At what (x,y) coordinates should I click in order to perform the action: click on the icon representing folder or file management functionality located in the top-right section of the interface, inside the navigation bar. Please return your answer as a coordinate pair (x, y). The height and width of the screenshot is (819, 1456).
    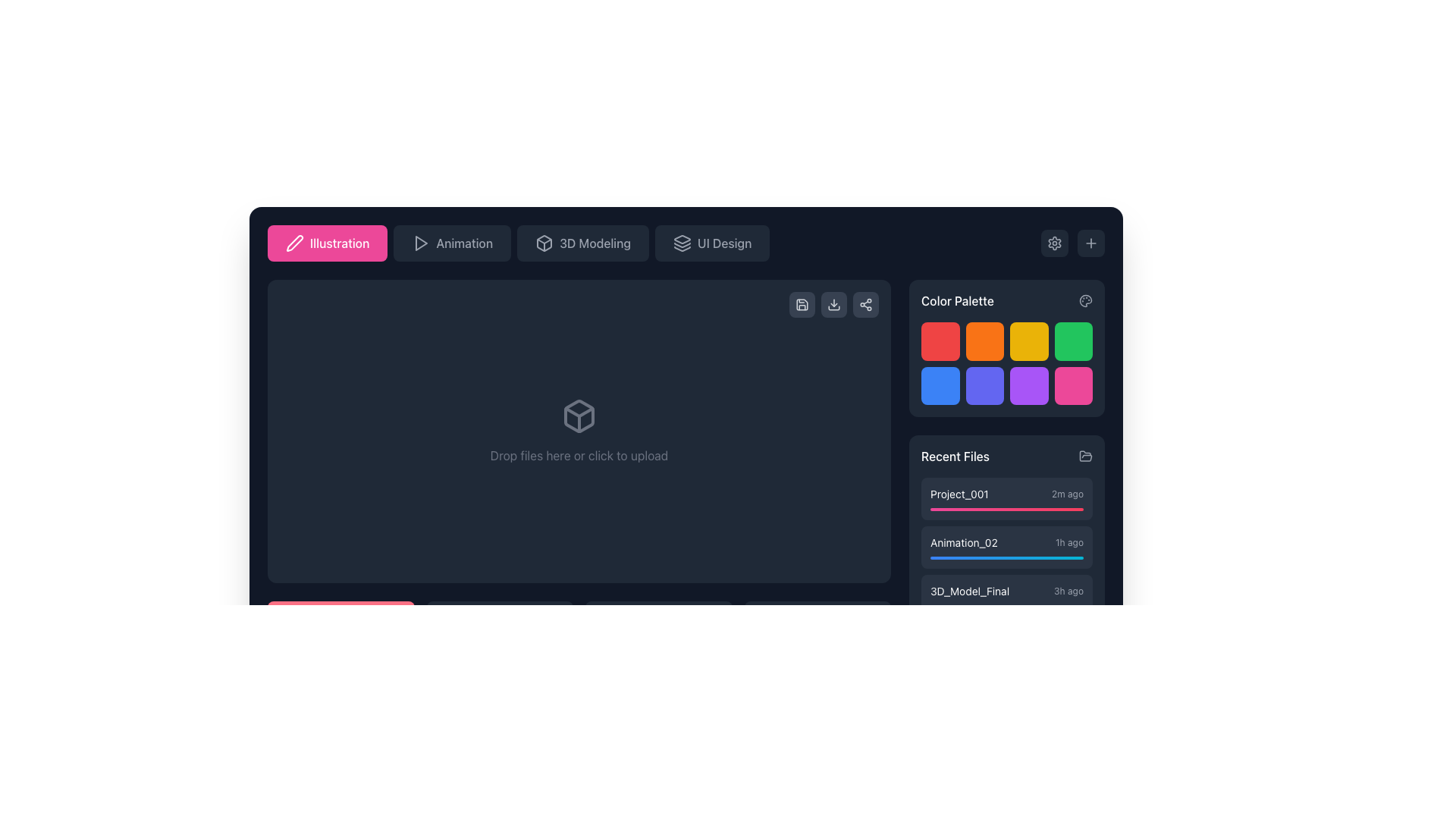
    Looking at the image, I should click on (1084, 455).